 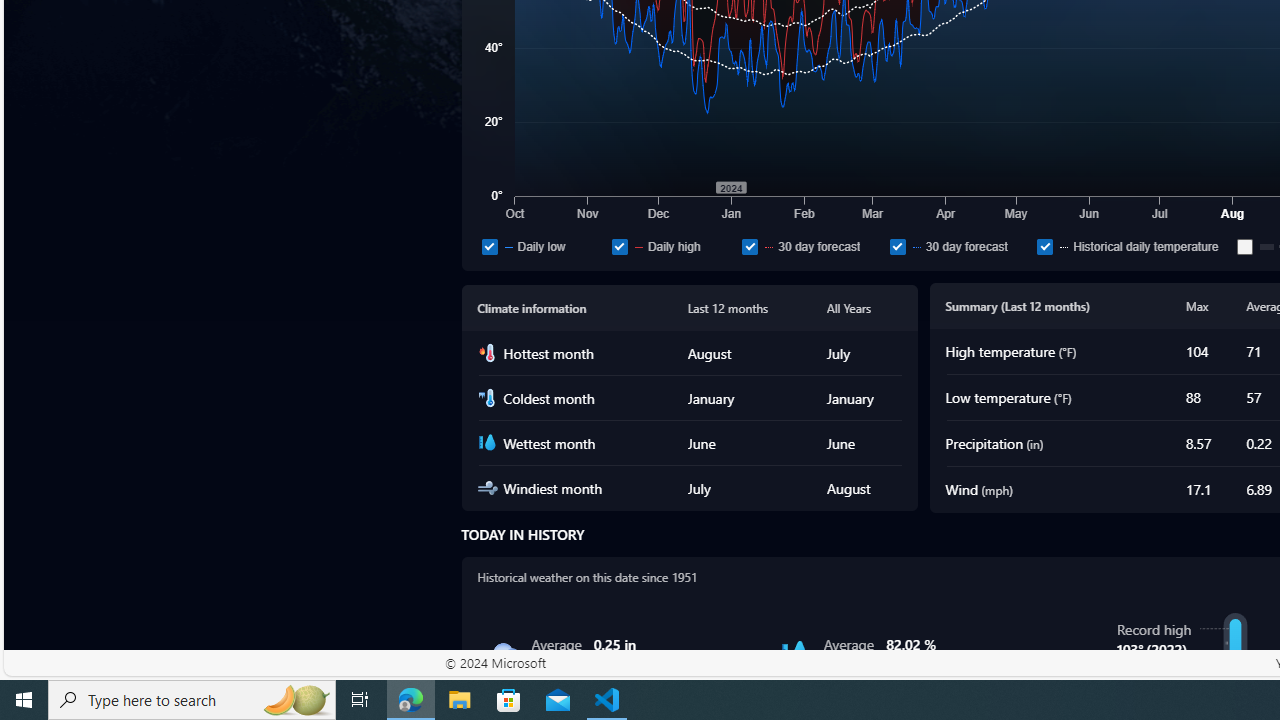 What do you see at coordinates (618, 245) in the screenshot?
I see `'Daily high'` at bounding box center [618, 245].